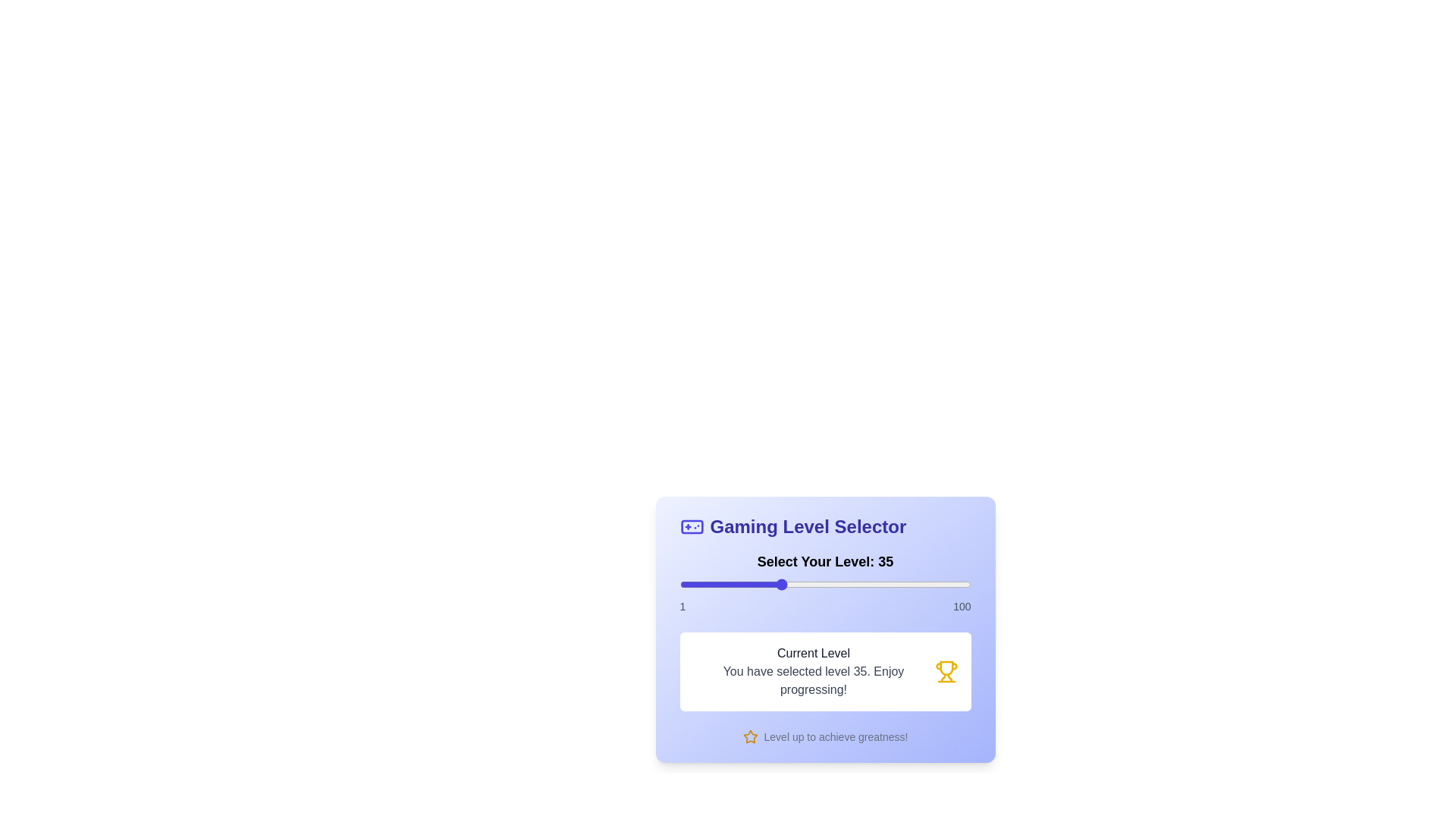  Describe the element at coordinates (946, 671) in the screenshot. I see `the yellow trophy icon located in the bottom-right corner of the white rectangular section` at that location.